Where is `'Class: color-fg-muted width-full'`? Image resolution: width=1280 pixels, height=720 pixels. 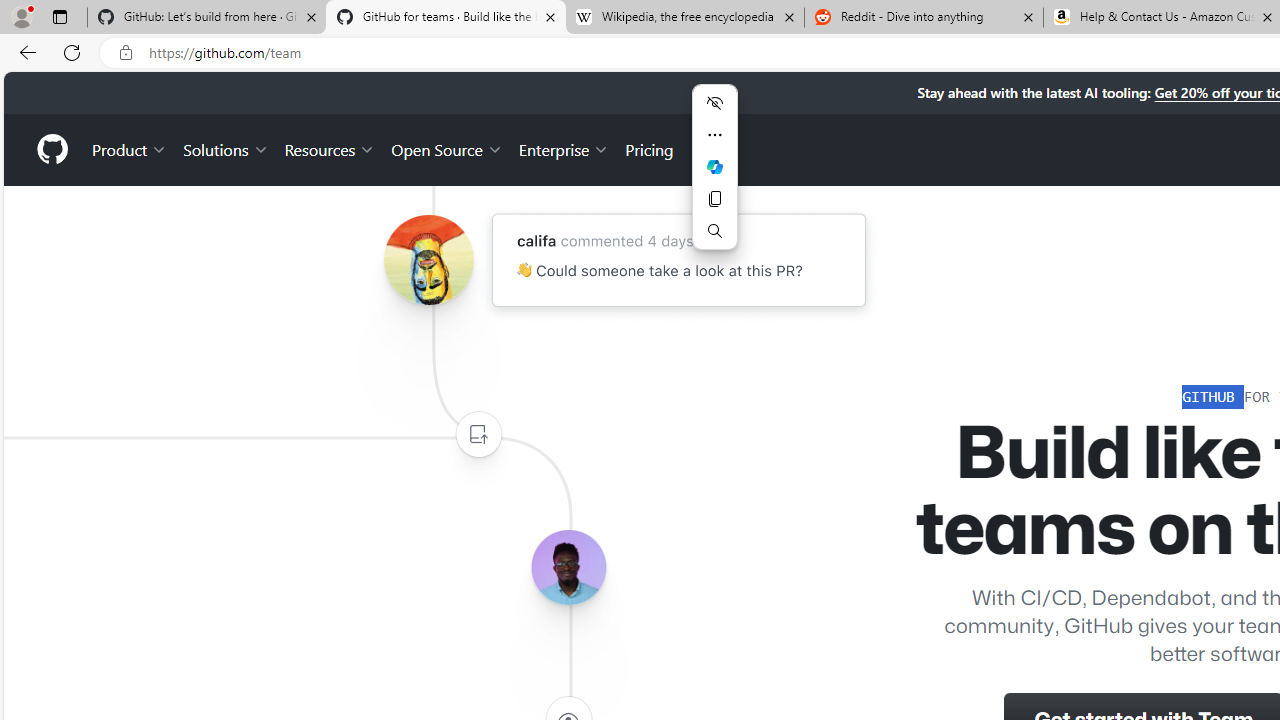 'Class: color-fg-muted width-full' is located at coordinates (477, 433).